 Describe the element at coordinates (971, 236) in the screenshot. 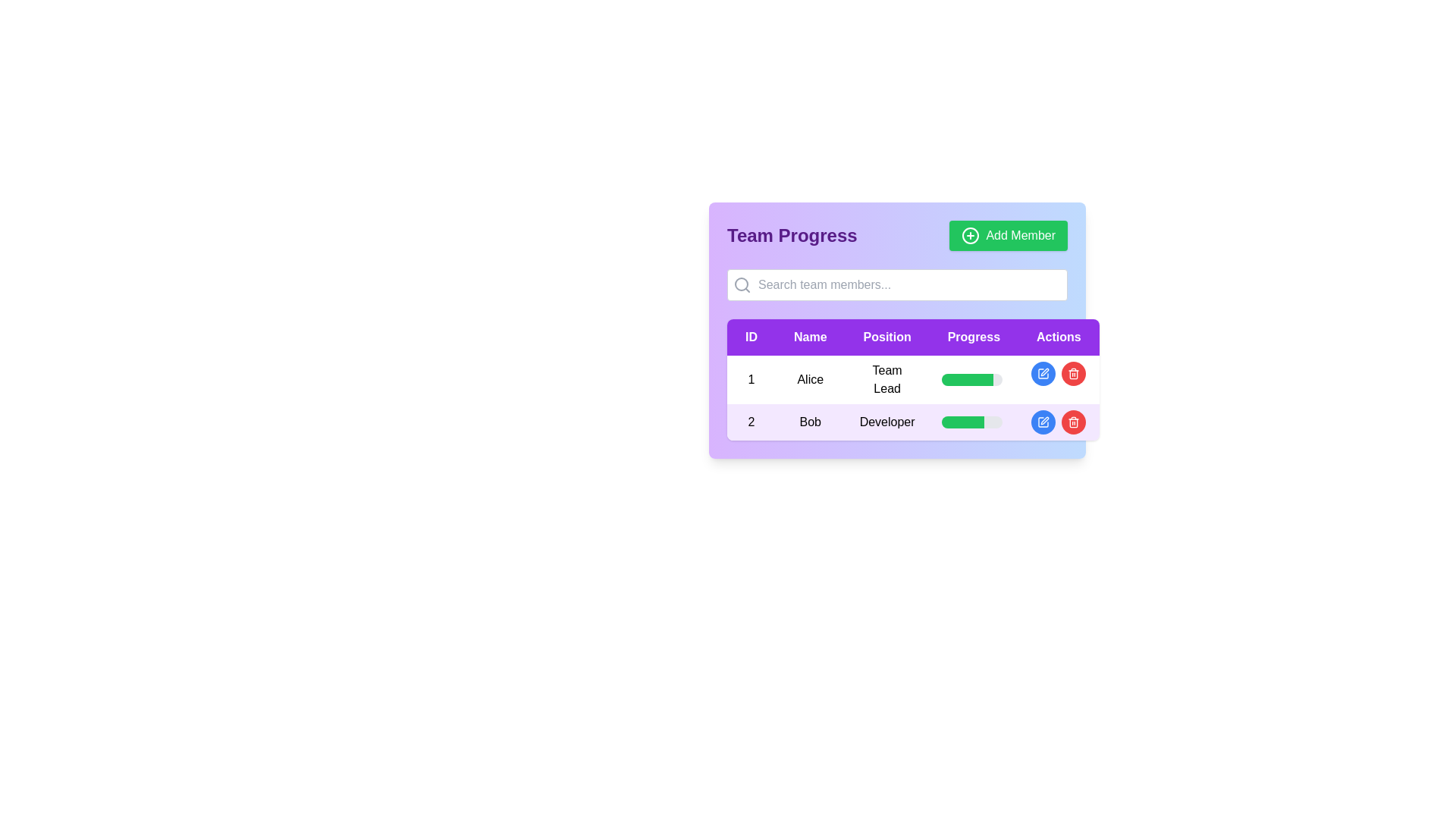

I see `the circular green icon with a white border and cross, located within the 'Add Member' button in the top-right section of the interface` at that location.